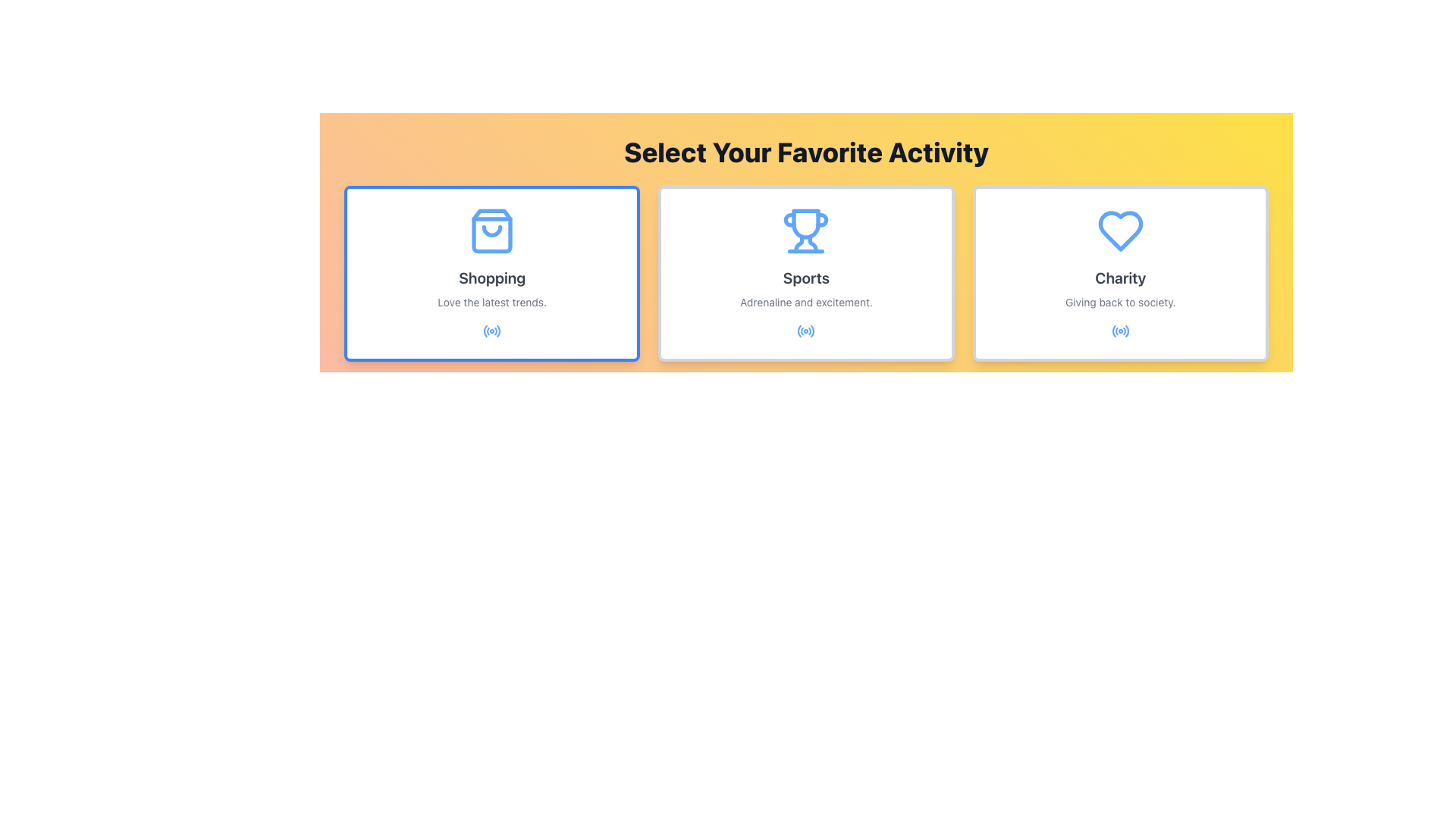 Image resolution: width=1456 pixels, height=819 pixels. I want to click on the decorative Sports category icon located at the top section of the Sports card, which is horizontally centered above the text content, so click(805, 231).